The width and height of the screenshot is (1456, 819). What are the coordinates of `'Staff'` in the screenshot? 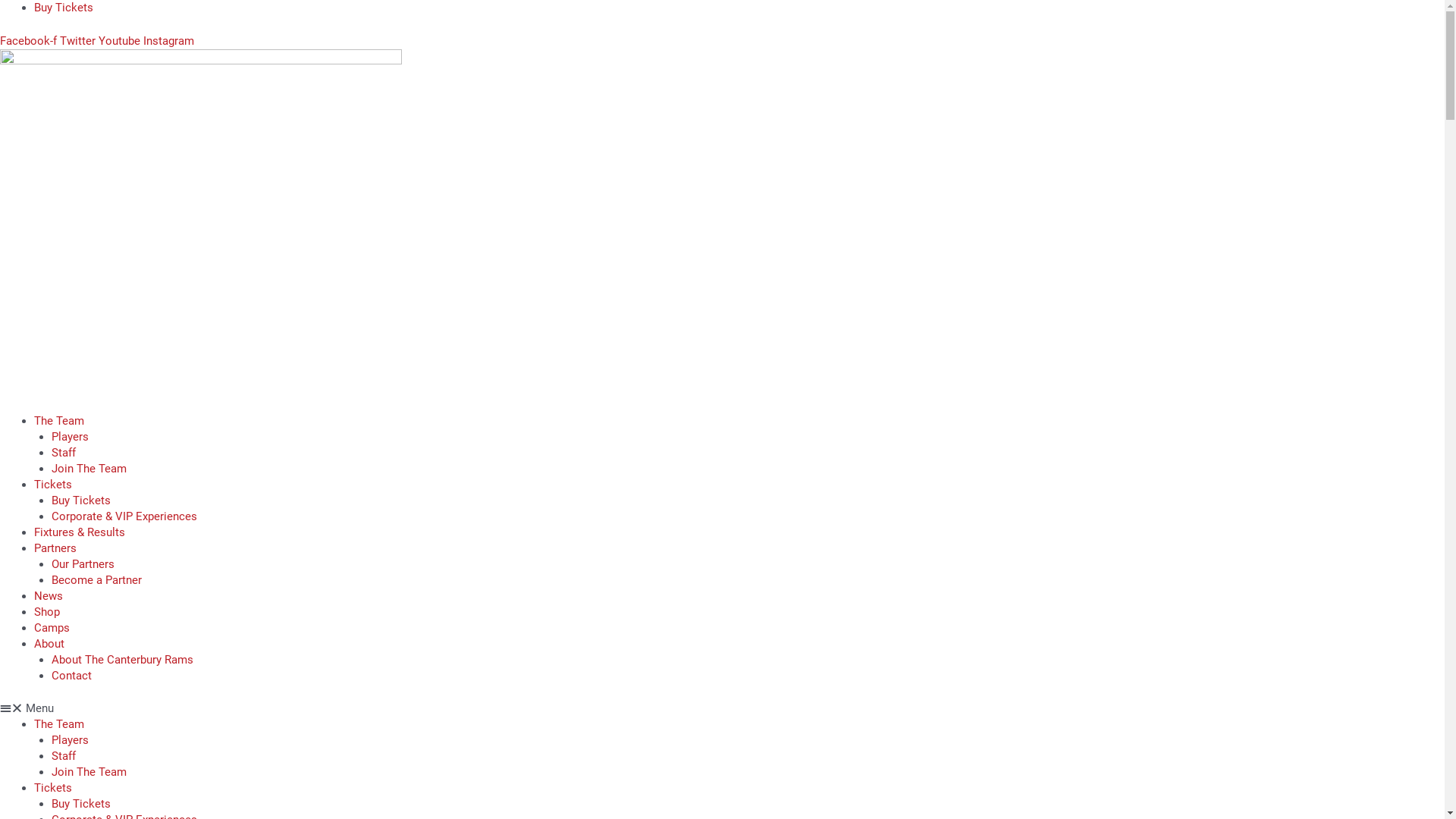 It's located at (62, 755).